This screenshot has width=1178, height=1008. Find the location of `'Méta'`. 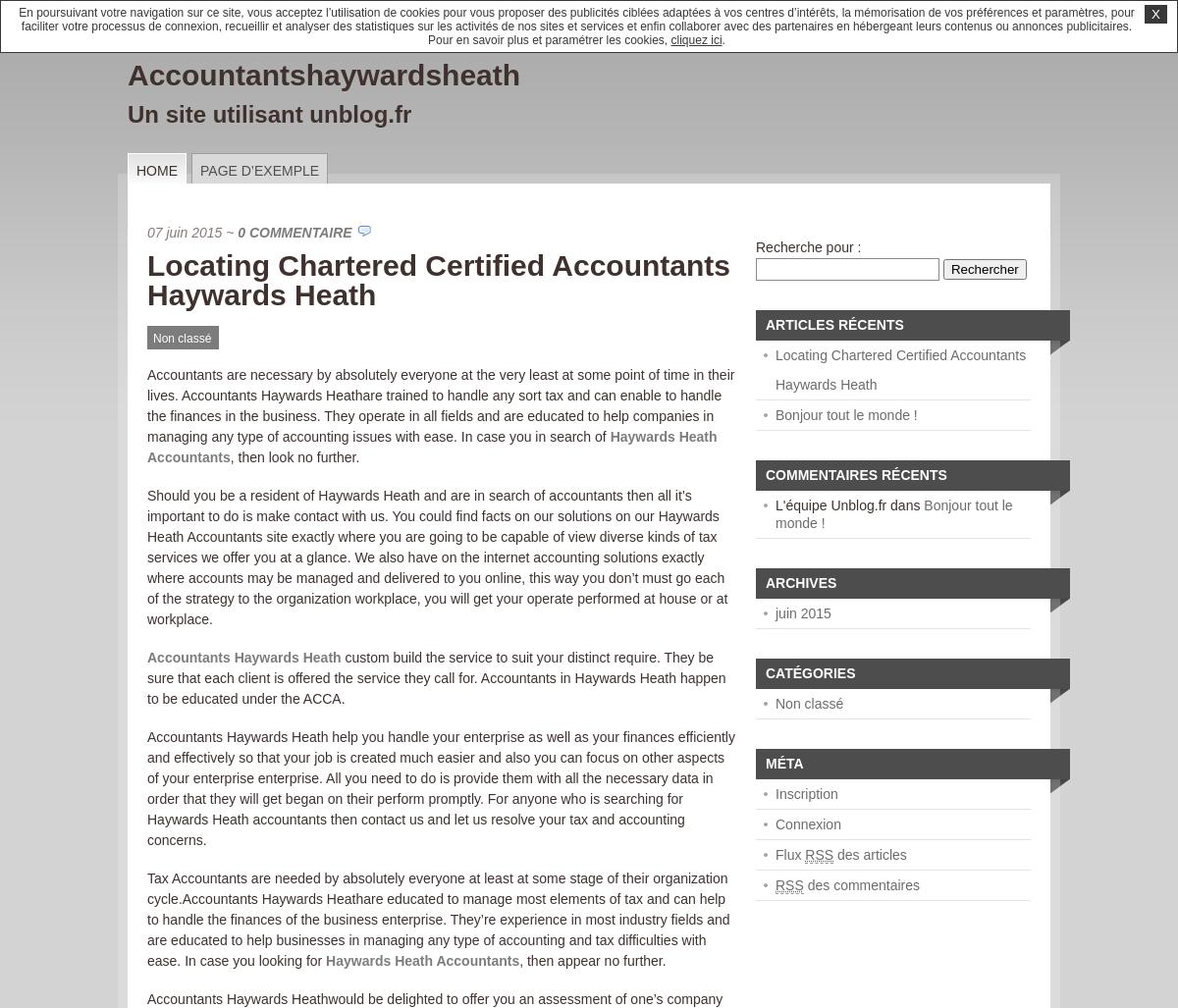

'Méta' is located at coordinates (765, 762).